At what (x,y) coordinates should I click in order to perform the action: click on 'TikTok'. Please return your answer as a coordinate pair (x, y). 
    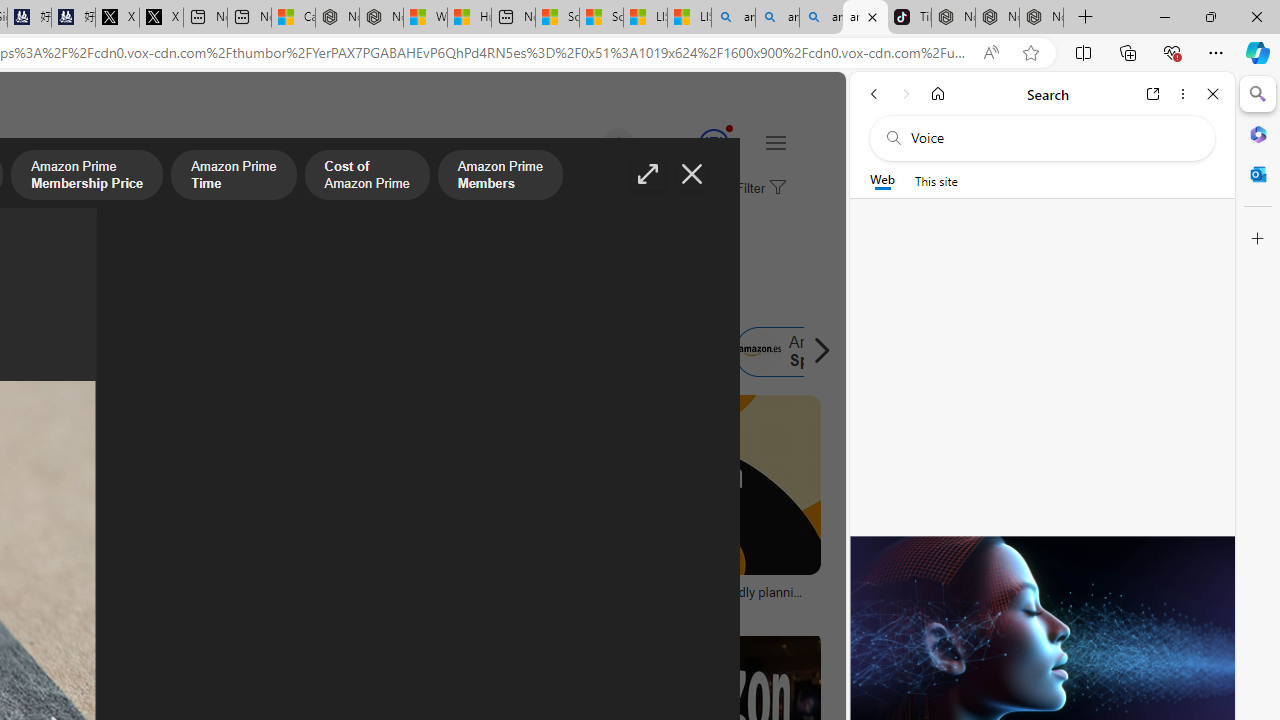
    Looking at the image, I should click on (908, 17).